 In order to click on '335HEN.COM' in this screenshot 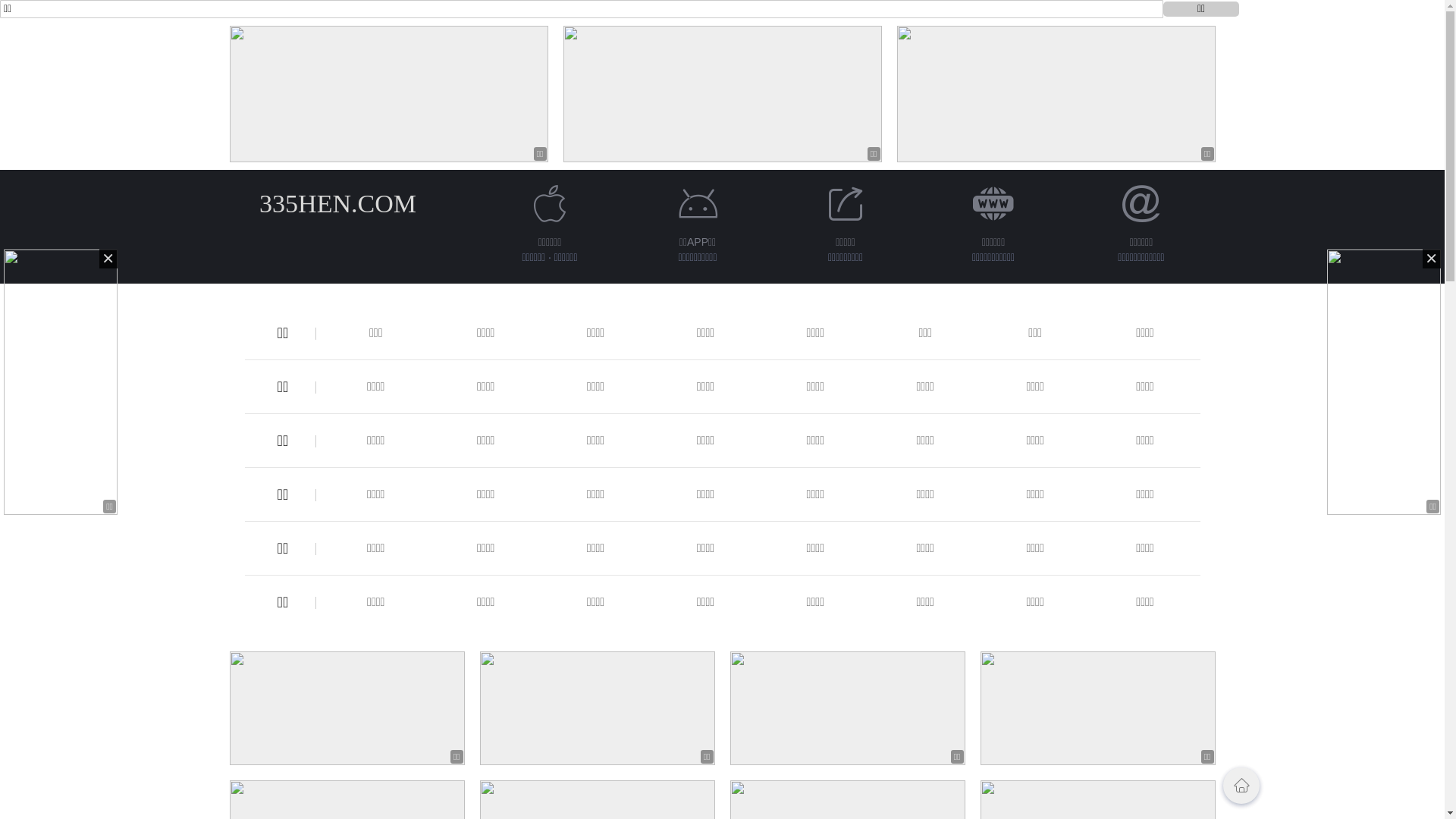, I will do `click(259, 202)`.